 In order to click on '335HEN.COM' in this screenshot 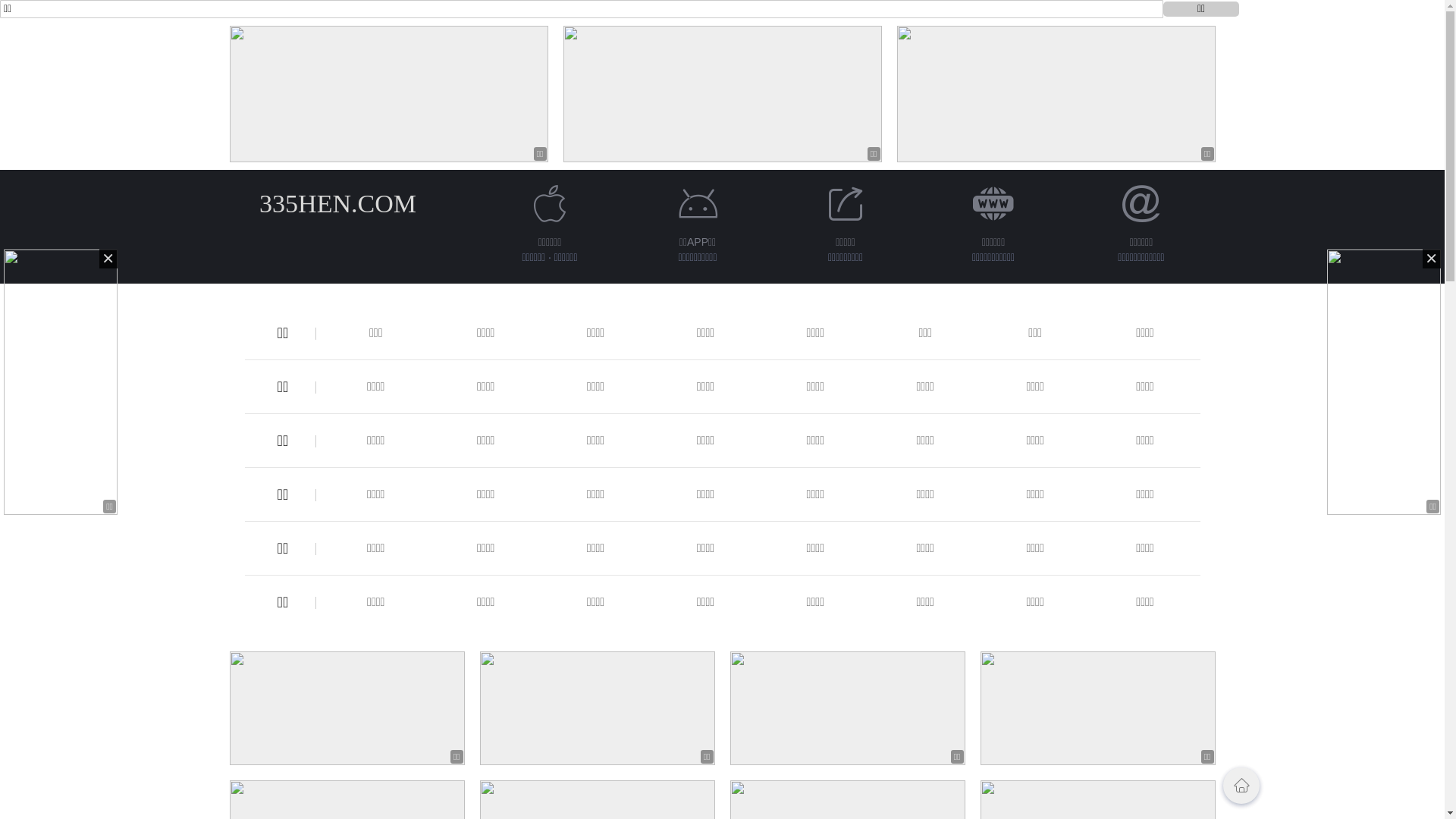, I will do `click(259, 202)`.